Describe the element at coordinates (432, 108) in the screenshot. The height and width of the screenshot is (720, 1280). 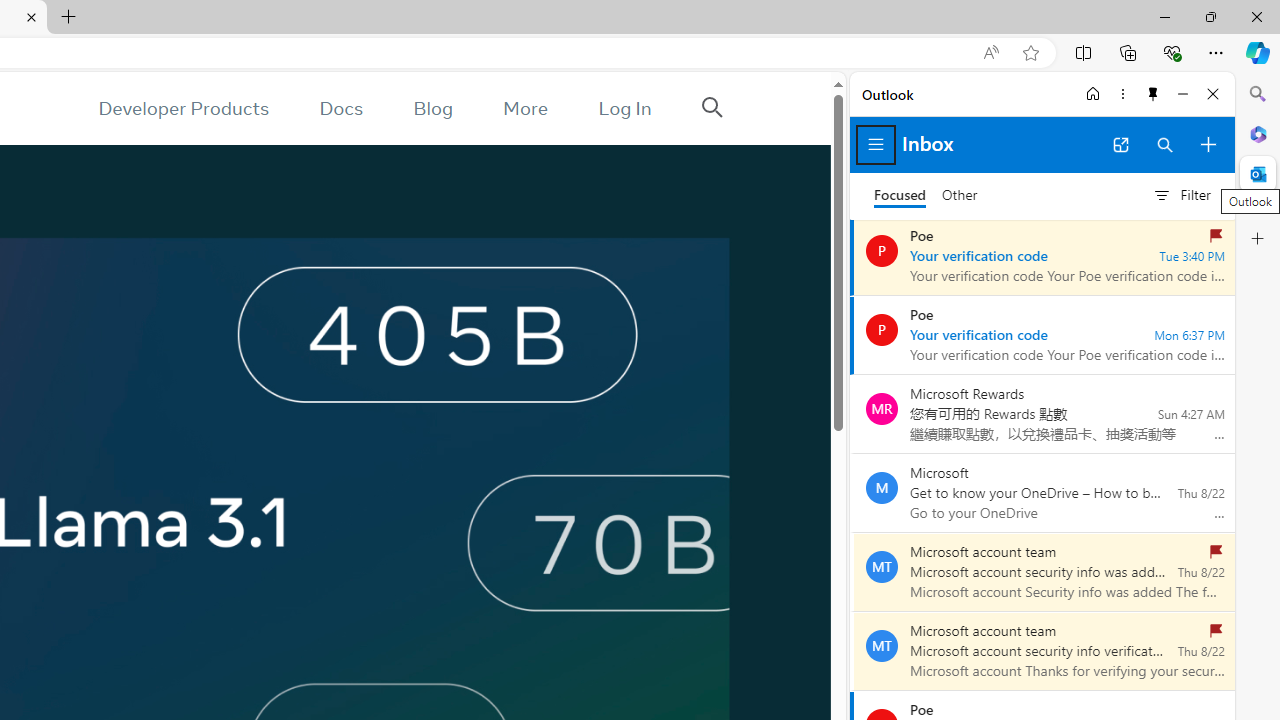
I see `'Blog'` at that location.